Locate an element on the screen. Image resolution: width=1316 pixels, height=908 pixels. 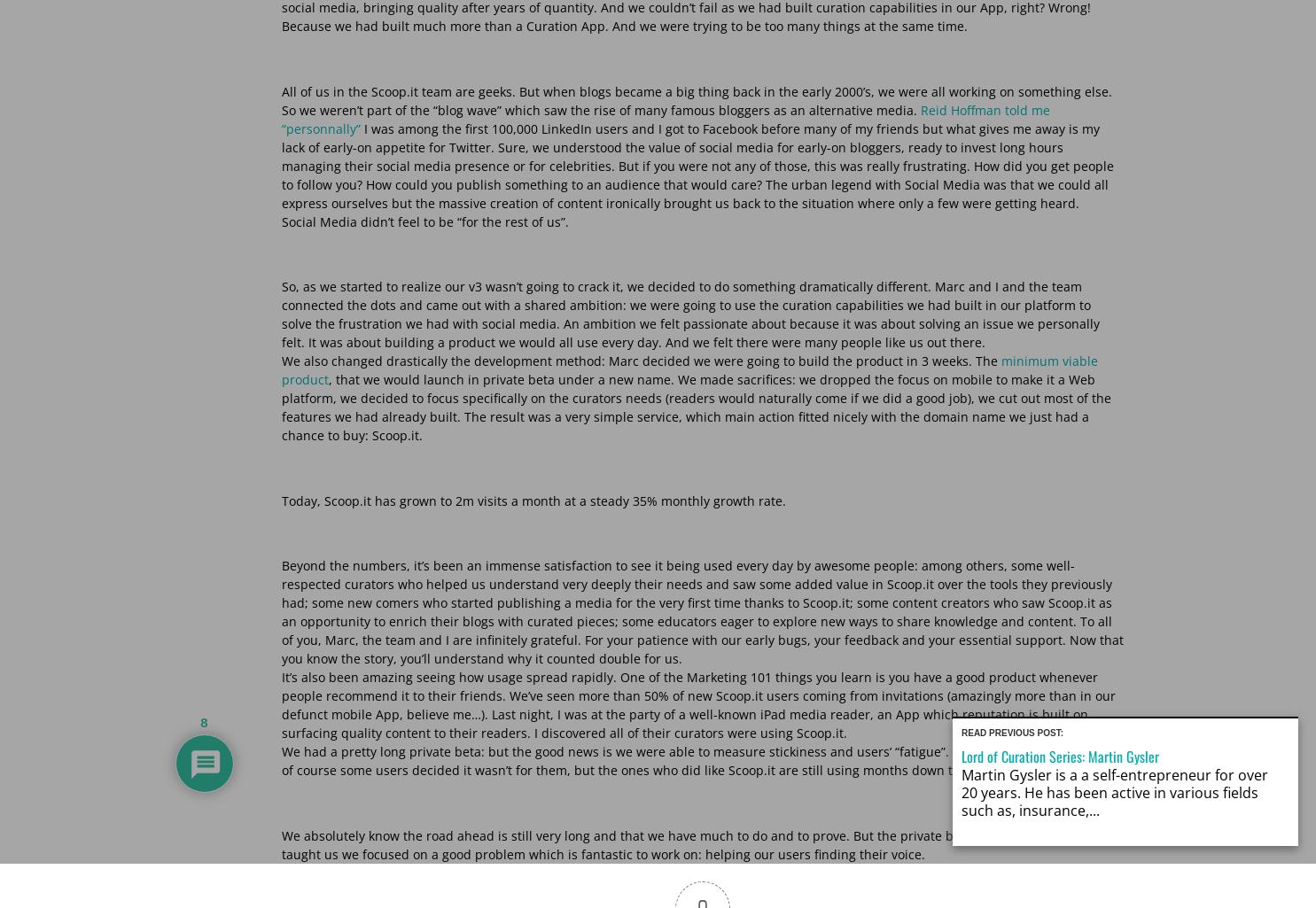
'Social Media didn’t feel to be “for the rest of us”.' is located at coordinates (424, 220).